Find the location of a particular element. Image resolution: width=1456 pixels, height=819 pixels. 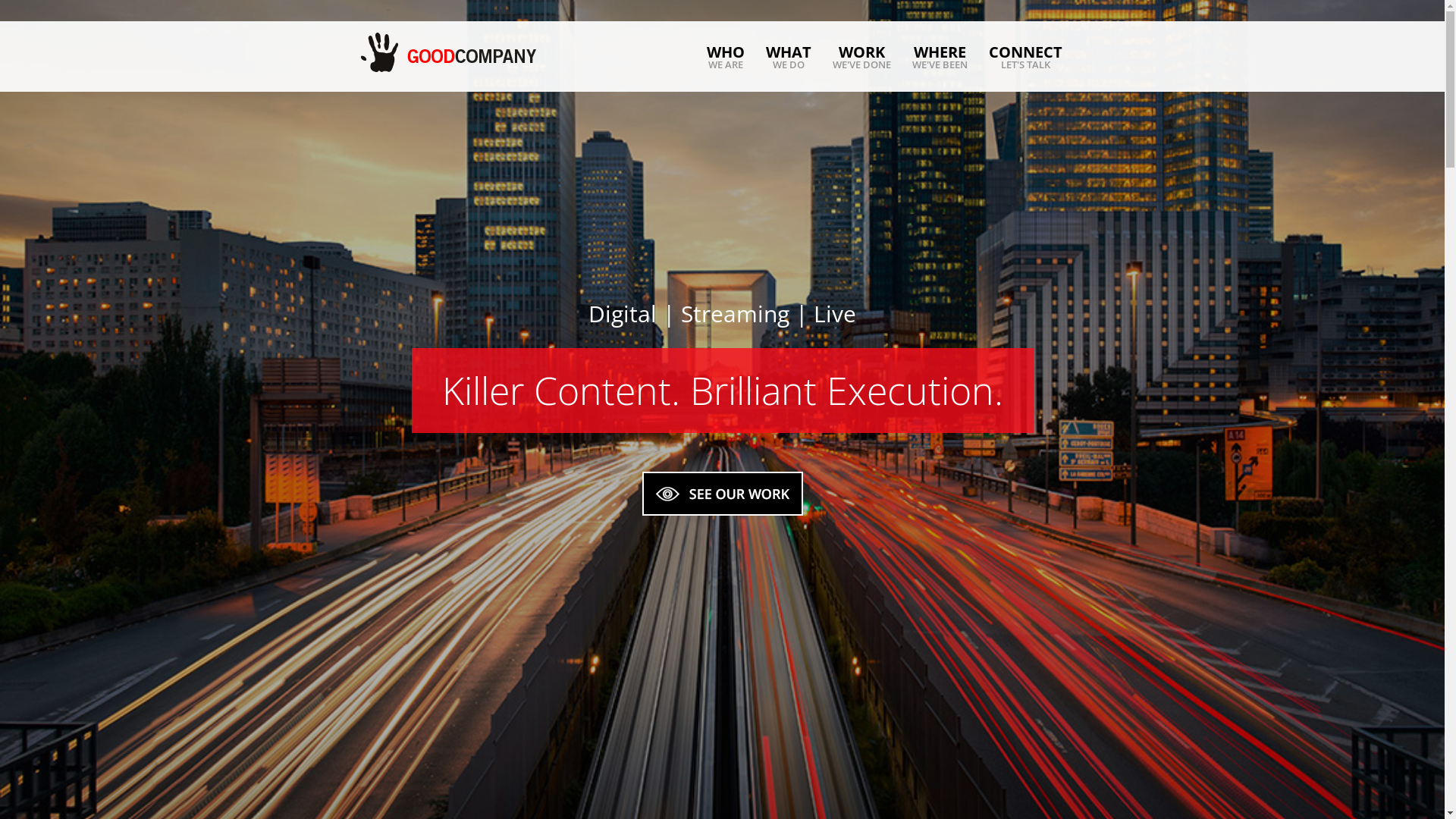

'WHERE is located at coordinates (939, 56).